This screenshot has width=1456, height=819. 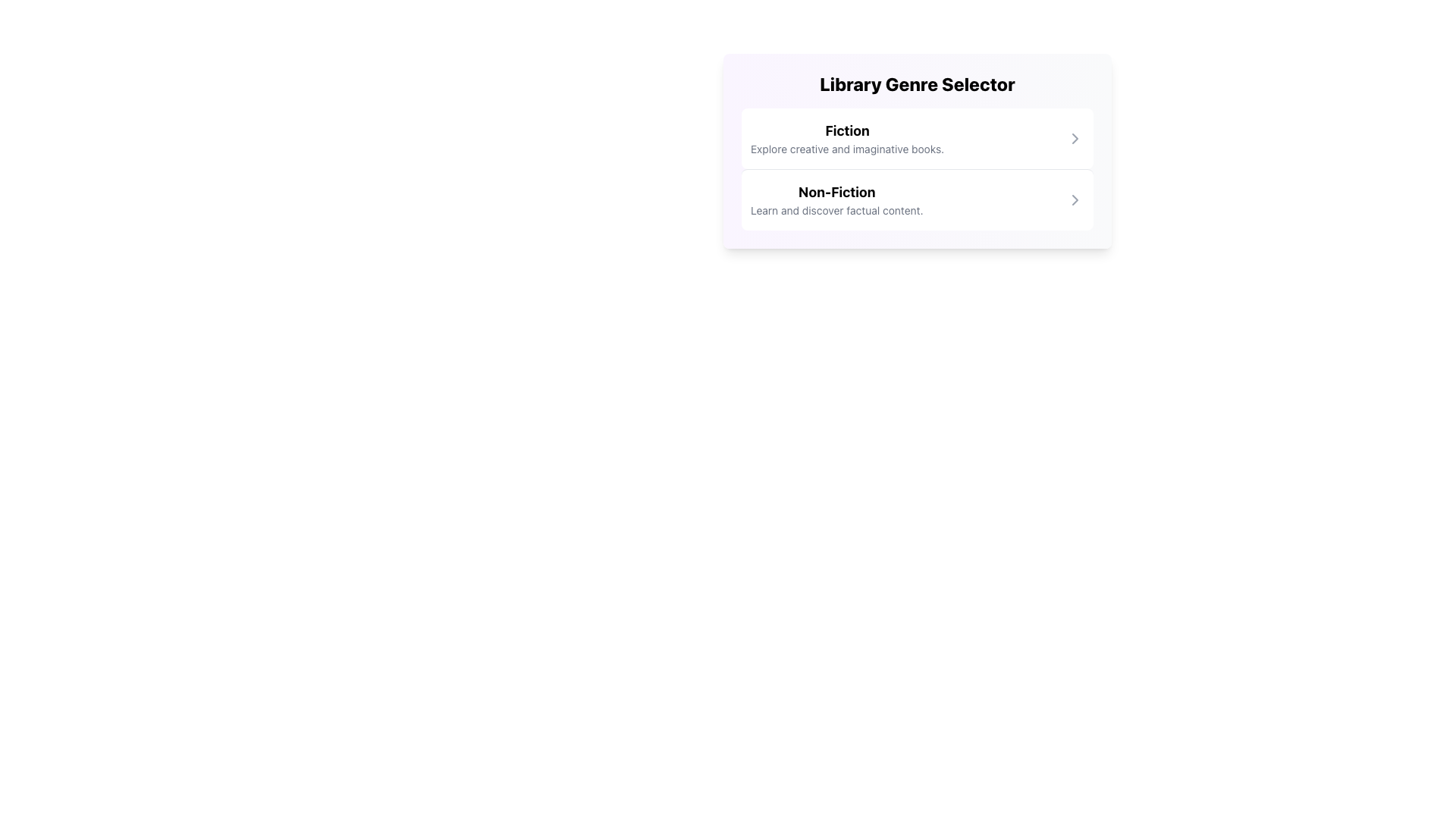 What do you see at coordinates (1074, 199) in the screenshot?
I see `the right-pointing chevron icon adjacent to the 'Non-Fiction' text` at bounding box center [1074, 199].